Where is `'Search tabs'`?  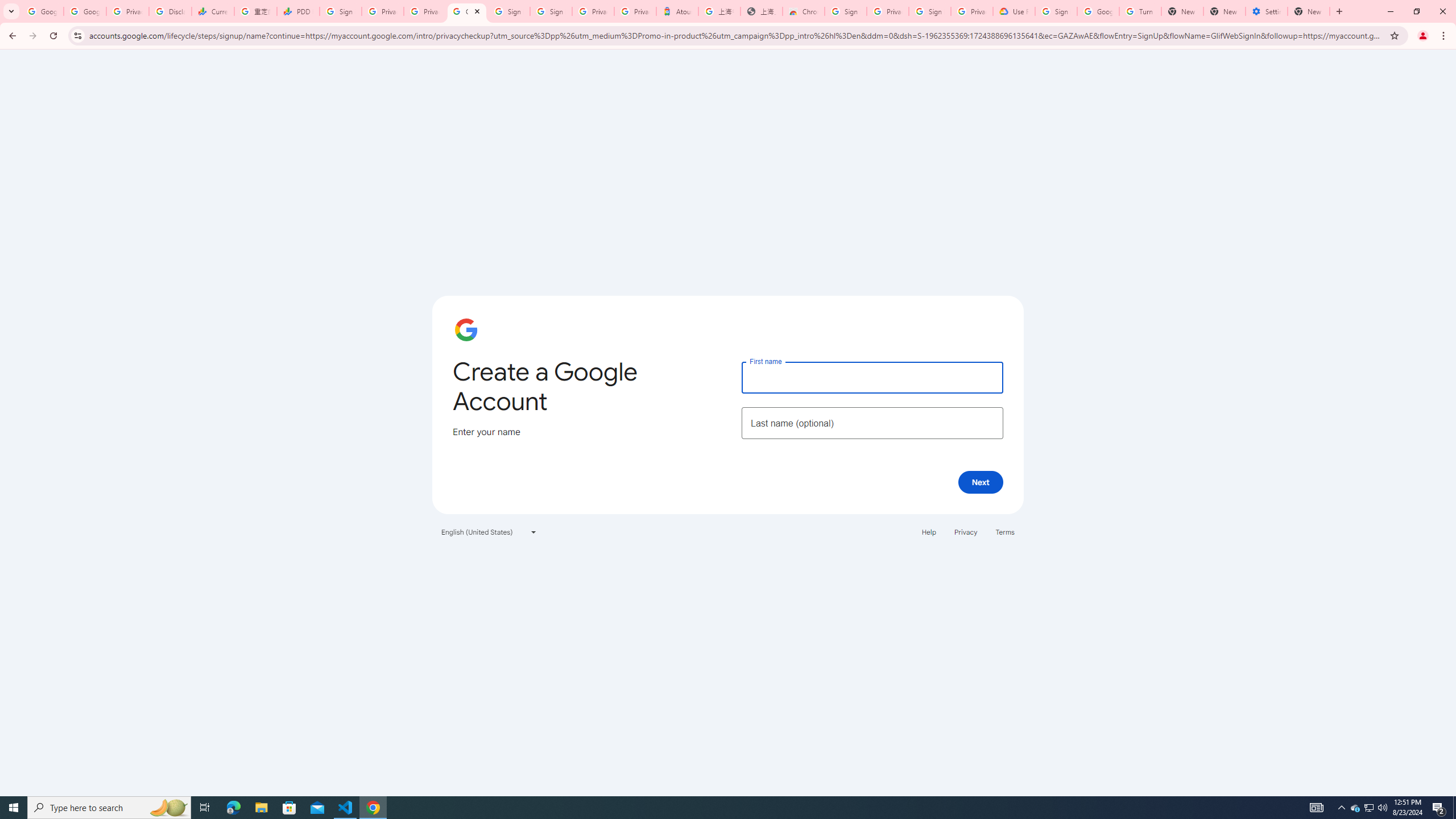
'Search tabs' is located at coordinates (11, 11).